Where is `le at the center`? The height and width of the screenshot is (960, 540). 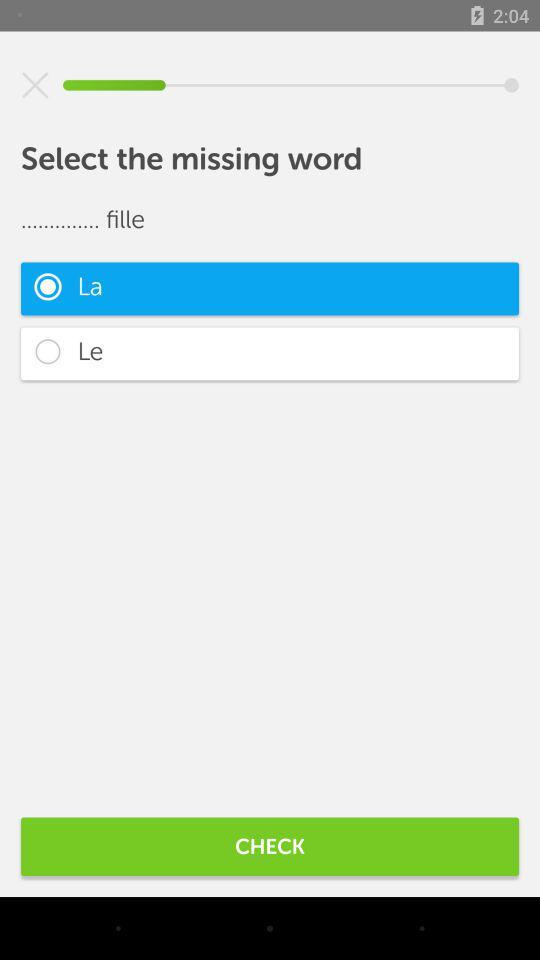 le at the center is located at coordinates (270, 353).